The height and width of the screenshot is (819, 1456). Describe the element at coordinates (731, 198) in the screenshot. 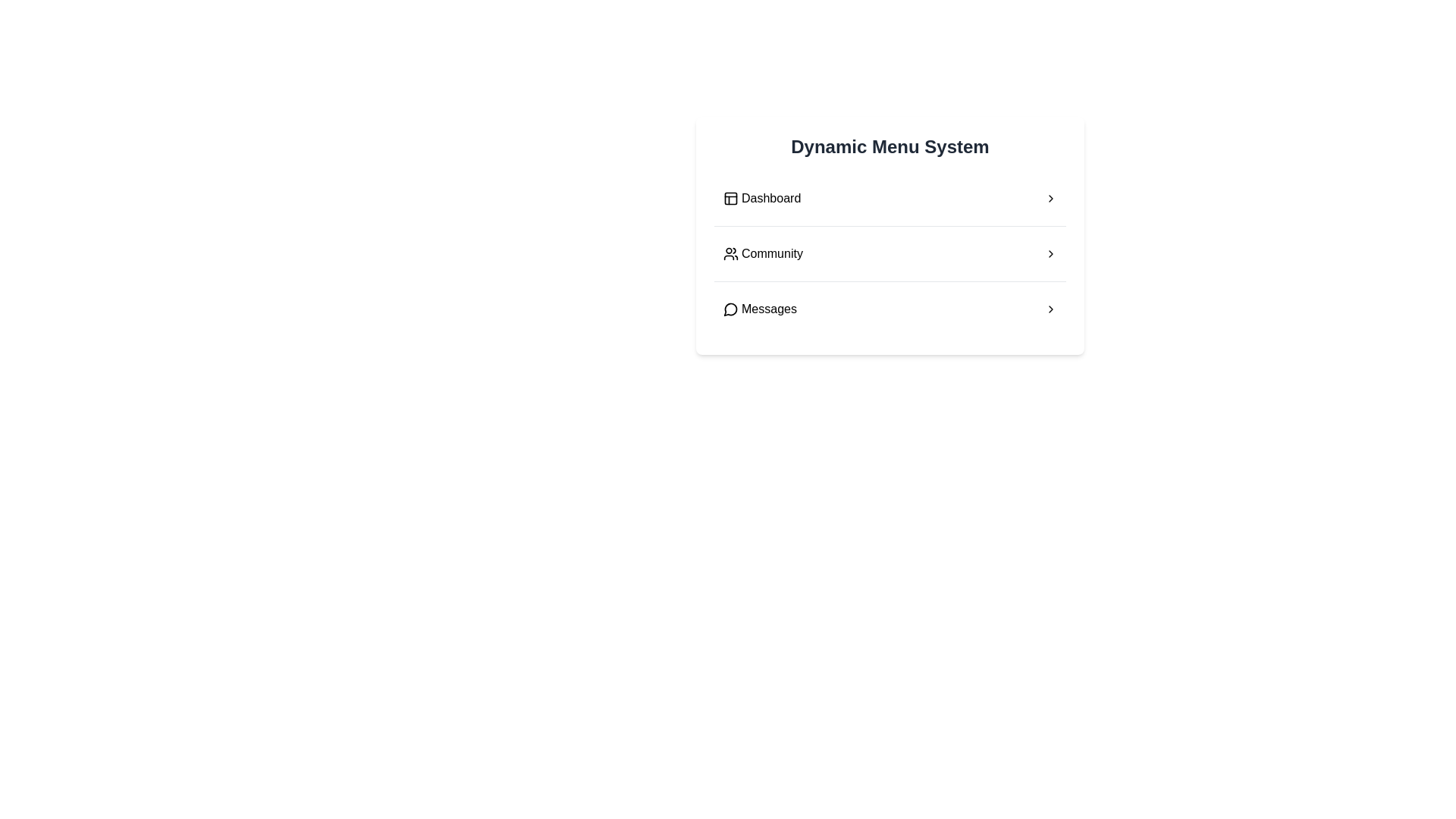

I see `the 'Dashboard' icon located to the left of the text 'Dashboard' in the topmost menu item of the vertical menu system` at that location.